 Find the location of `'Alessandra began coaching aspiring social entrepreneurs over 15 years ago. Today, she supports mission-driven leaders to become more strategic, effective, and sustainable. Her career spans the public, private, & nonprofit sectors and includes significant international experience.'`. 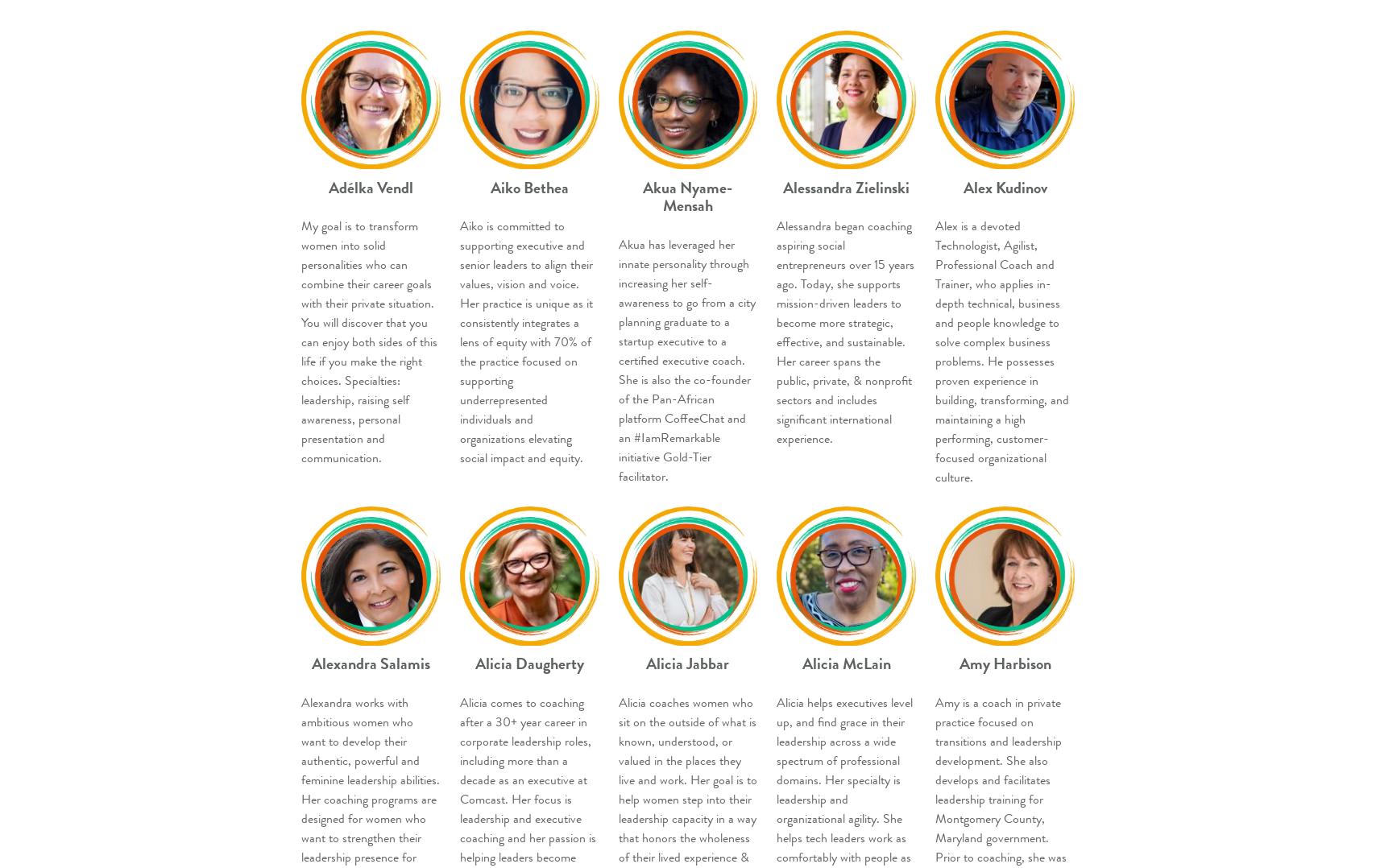

'Alessandra began coaching aspiring social entrepreneurs over 15 years ago. Today, she supports mission-driven leaders to become more strategic, effective, and sustainable. Her career spans the public, private, & nonprofit sectors and includes significant international experience.' is located at coordinates (845, 331).